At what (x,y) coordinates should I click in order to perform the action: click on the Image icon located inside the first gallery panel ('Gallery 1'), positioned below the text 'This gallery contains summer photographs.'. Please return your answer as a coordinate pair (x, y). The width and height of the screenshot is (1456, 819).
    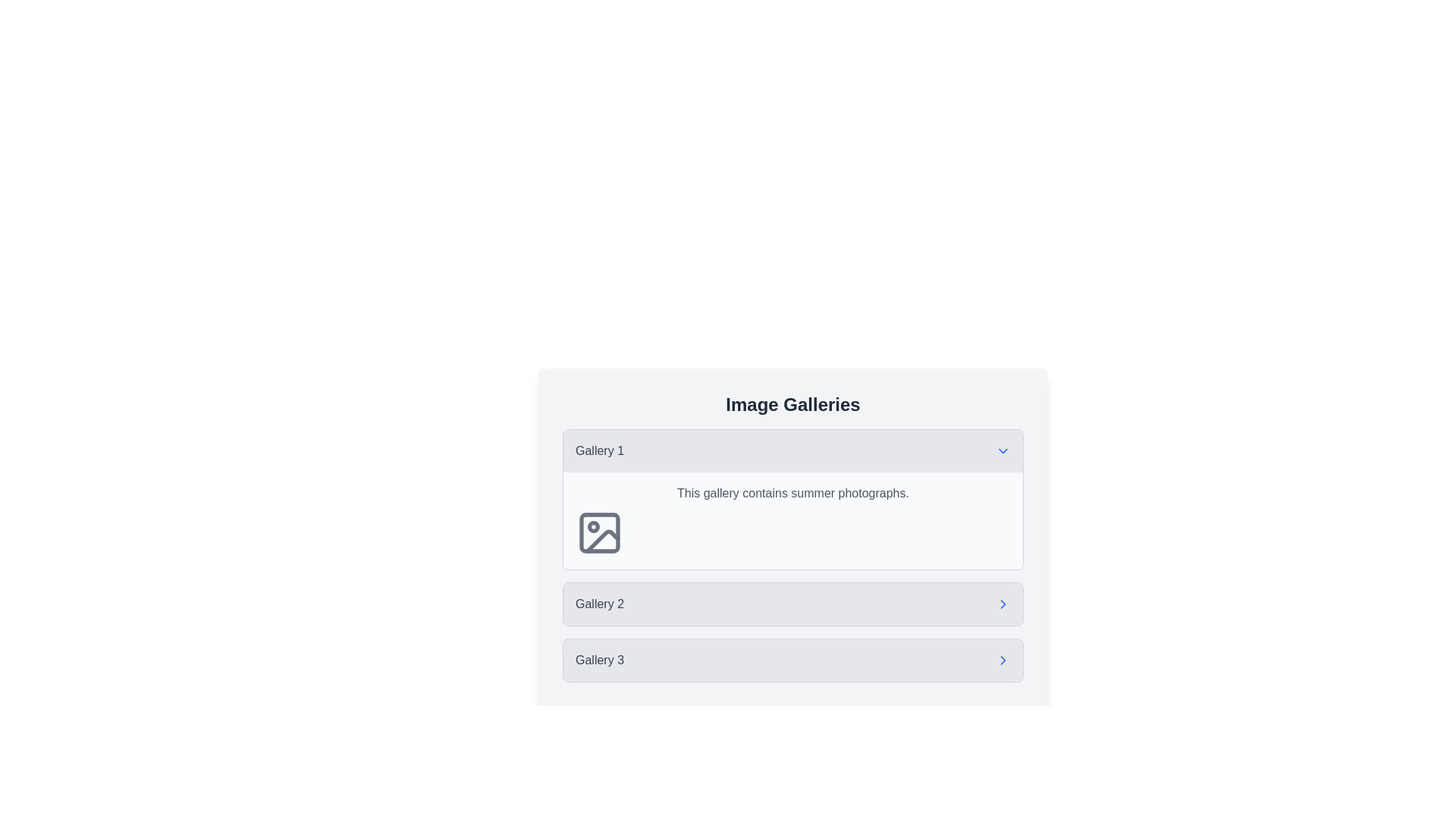
    Looking at the image, I should click on (599, 532).